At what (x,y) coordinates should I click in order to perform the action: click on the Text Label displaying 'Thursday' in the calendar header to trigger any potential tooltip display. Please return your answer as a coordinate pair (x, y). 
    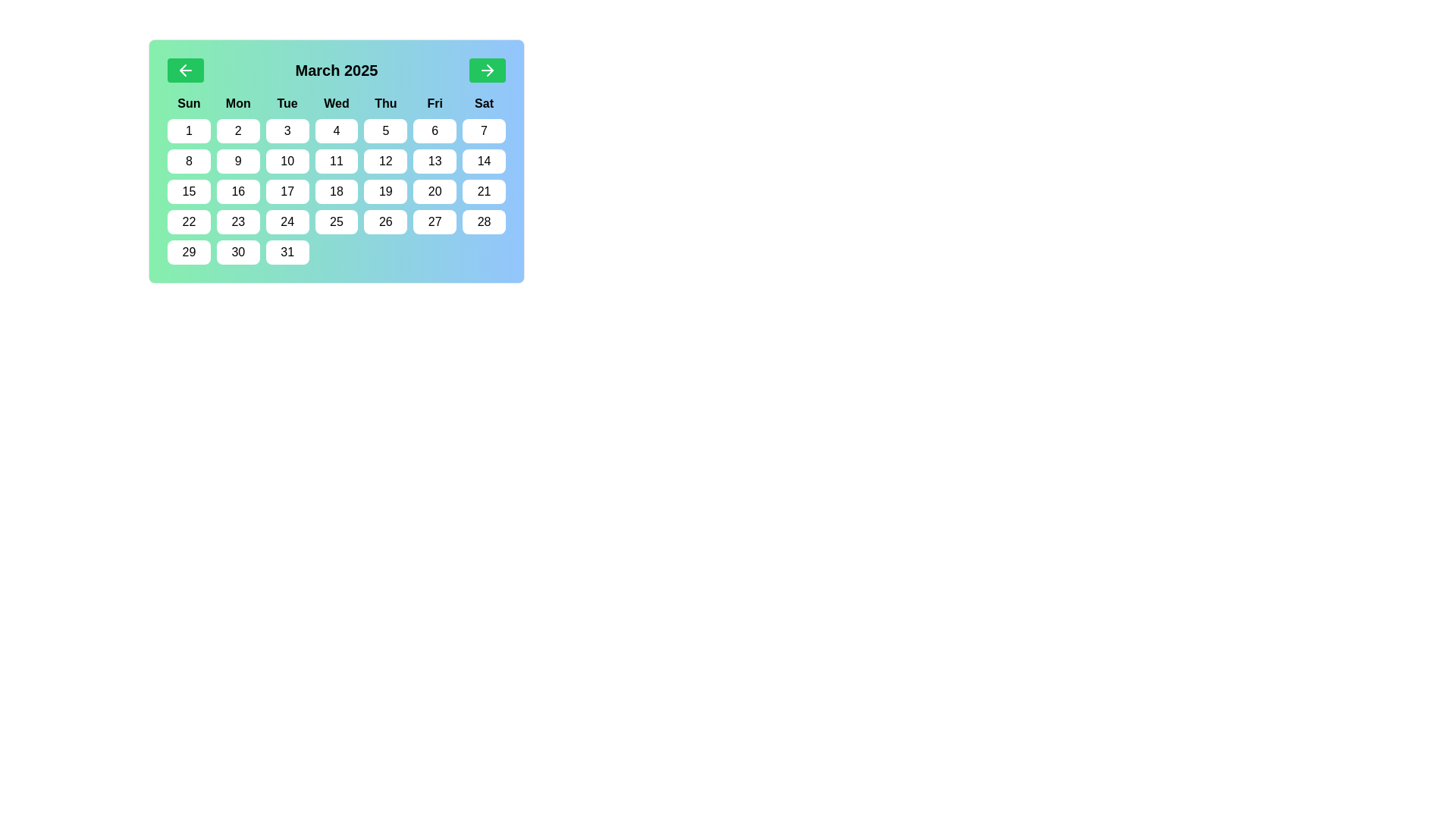
    Looking at the image, I should click on (385, 103).